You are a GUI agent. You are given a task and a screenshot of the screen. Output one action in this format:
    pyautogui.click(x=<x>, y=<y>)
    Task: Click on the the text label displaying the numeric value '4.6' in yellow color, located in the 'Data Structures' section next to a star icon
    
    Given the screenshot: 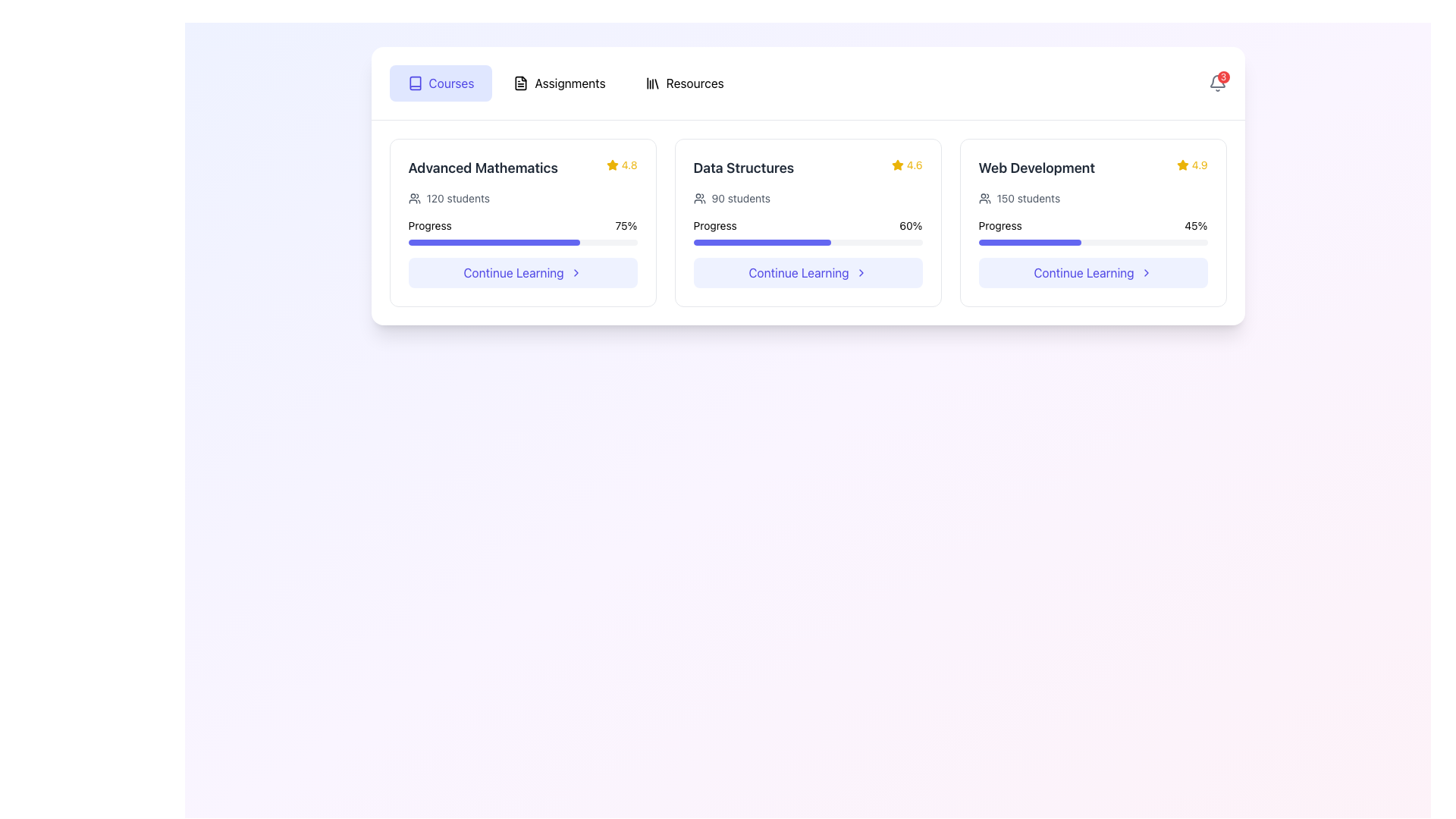 What is the action you would take?
    pyautogui.click(x=914, y=165)
    